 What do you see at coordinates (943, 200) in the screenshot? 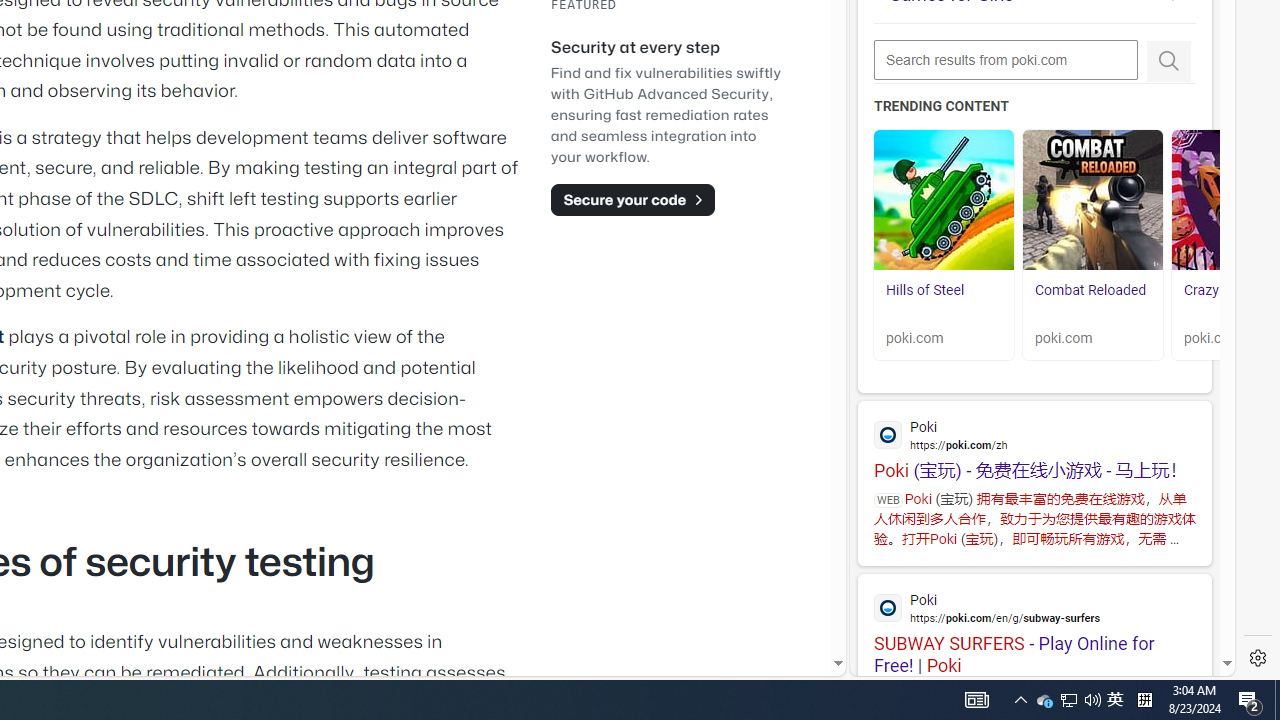
I see `'Hills of Steel'` at bounding box center [943, 200].